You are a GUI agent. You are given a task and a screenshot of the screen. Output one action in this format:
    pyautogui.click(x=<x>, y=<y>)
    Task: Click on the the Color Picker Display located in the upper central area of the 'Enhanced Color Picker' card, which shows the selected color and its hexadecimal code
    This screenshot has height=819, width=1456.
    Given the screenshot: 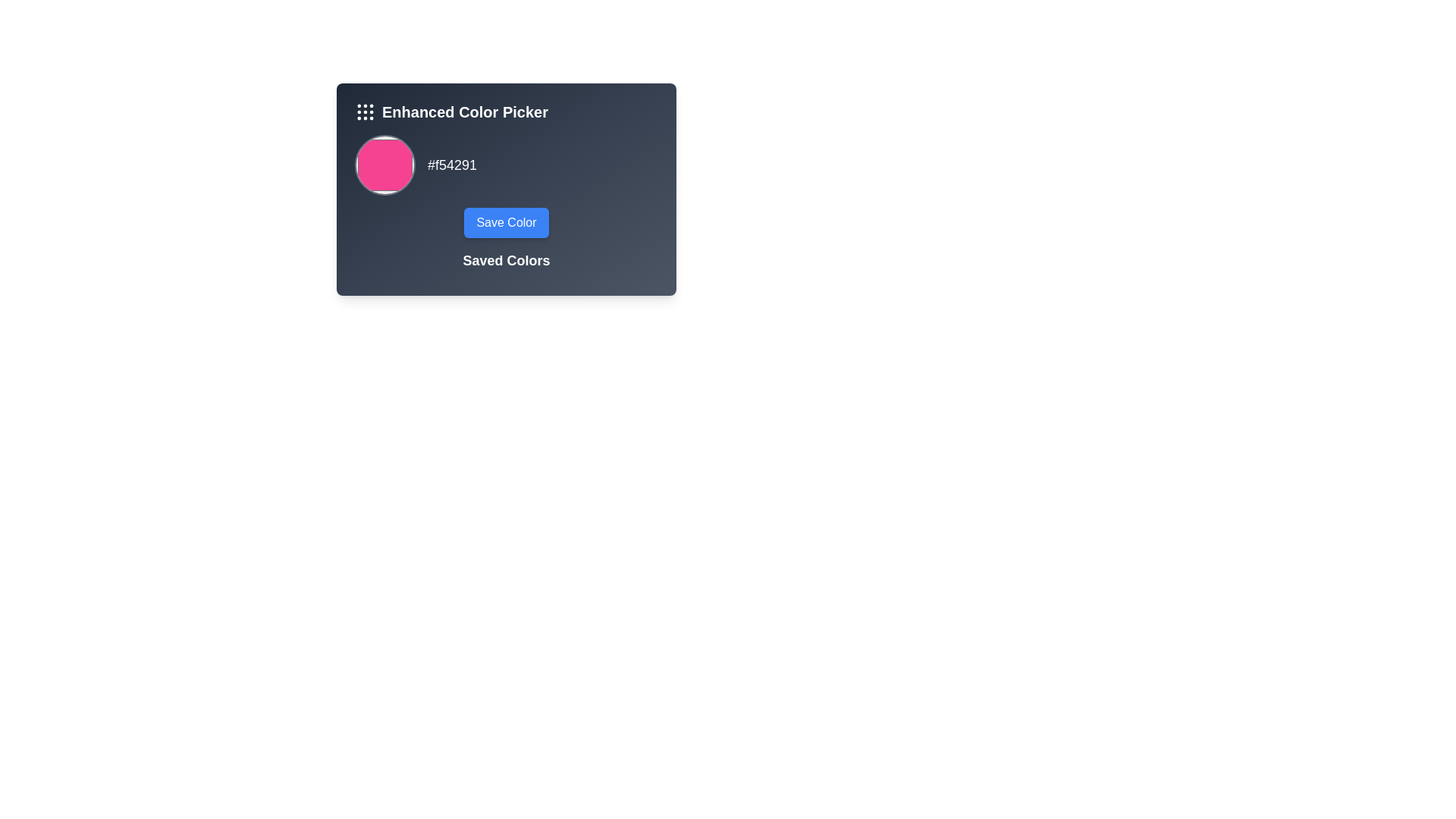 What is the action you would take?
    pyautogui.click(x=506, y=165)
    